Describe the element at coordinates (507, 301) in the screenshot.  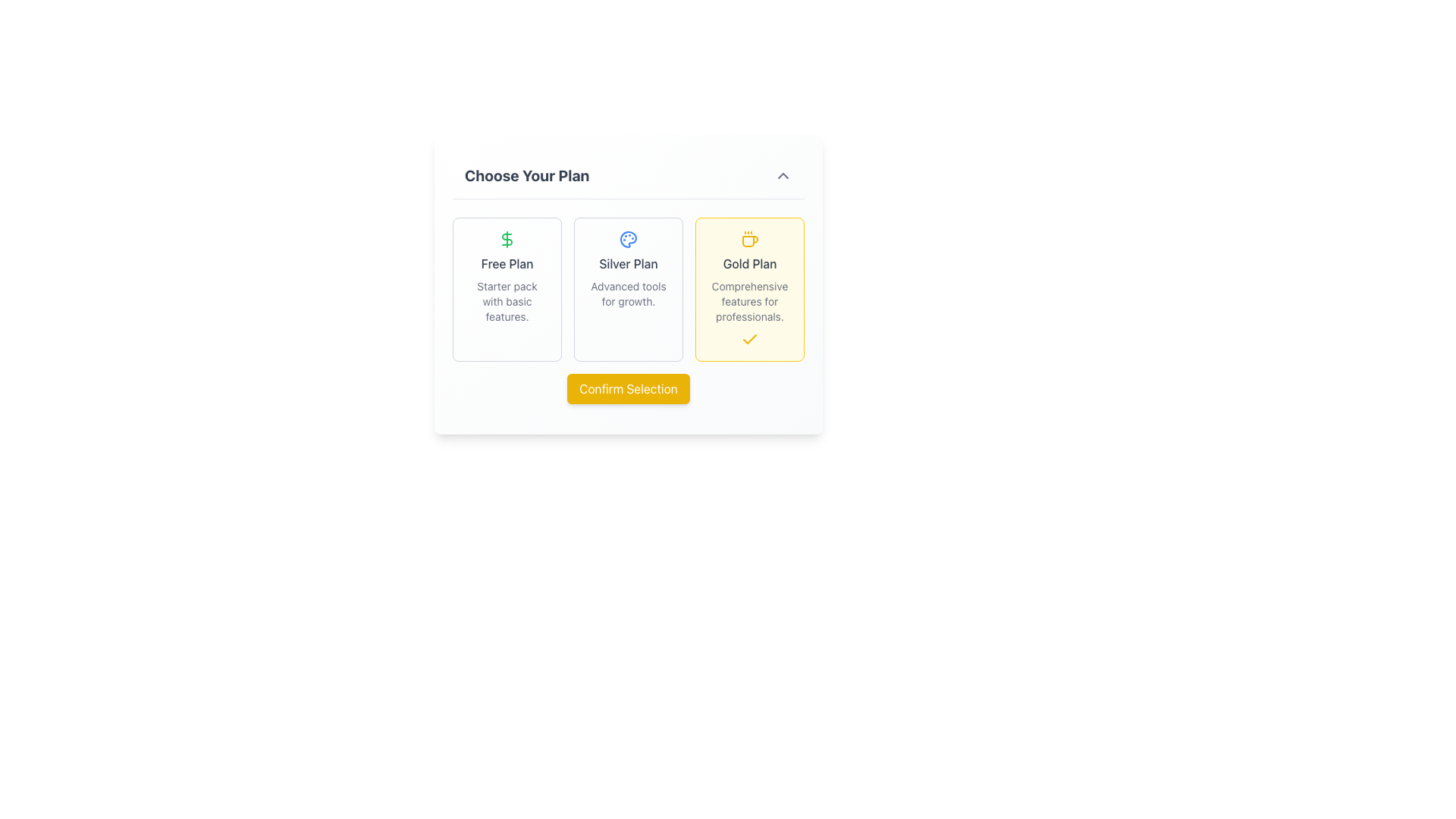
I see `the Text Label that reads 'Starter pack with basic features', which is part of the 'Free Plan' card located beneath the title 'Free Plan' in the 'Choose Your Plan' section` at that location.